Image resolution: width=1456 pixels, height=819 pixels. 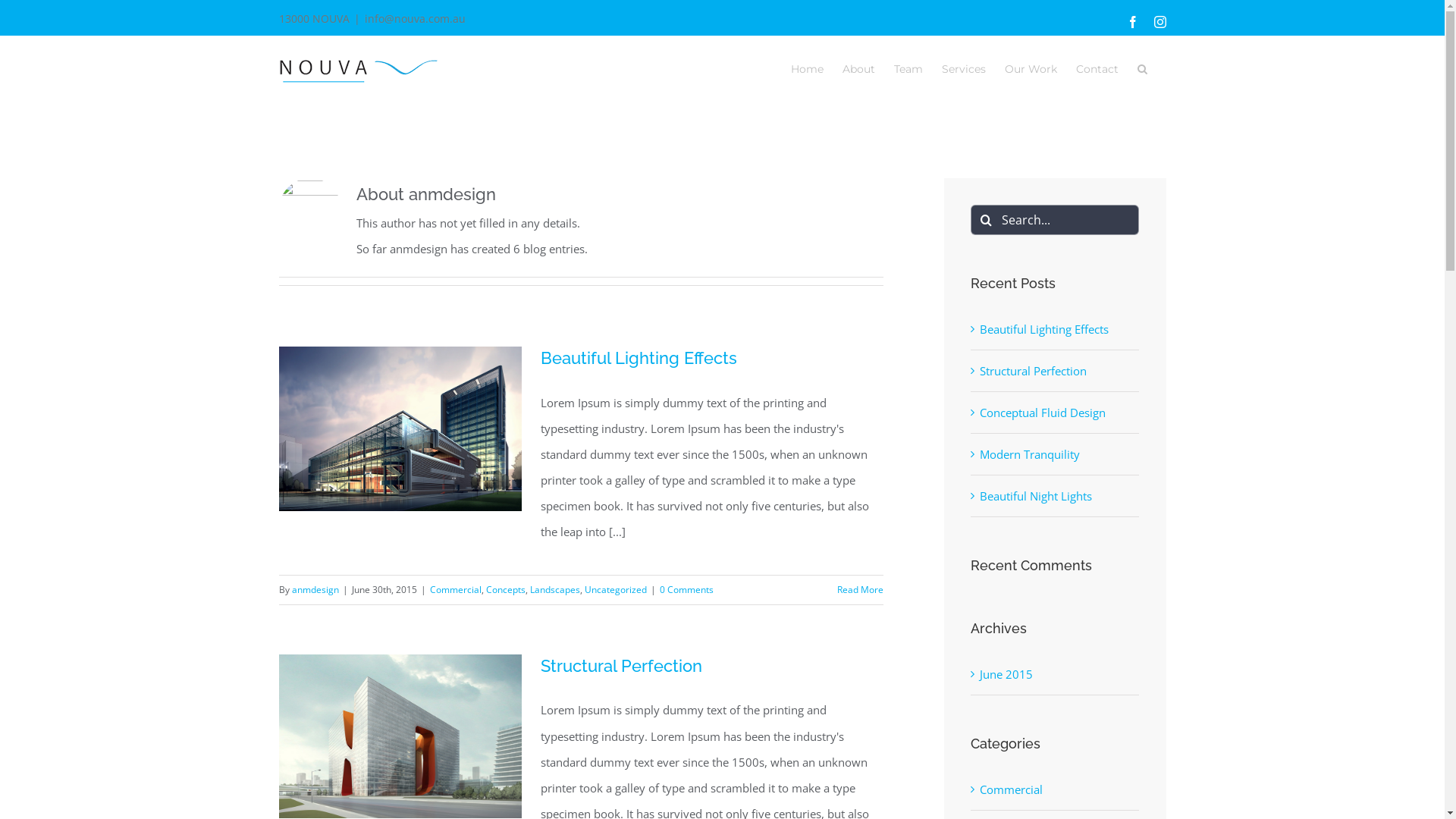 What do you see at coordinates (907, 67) in the screenshot?
I see `'Team'` at bounding box center [907, 67].